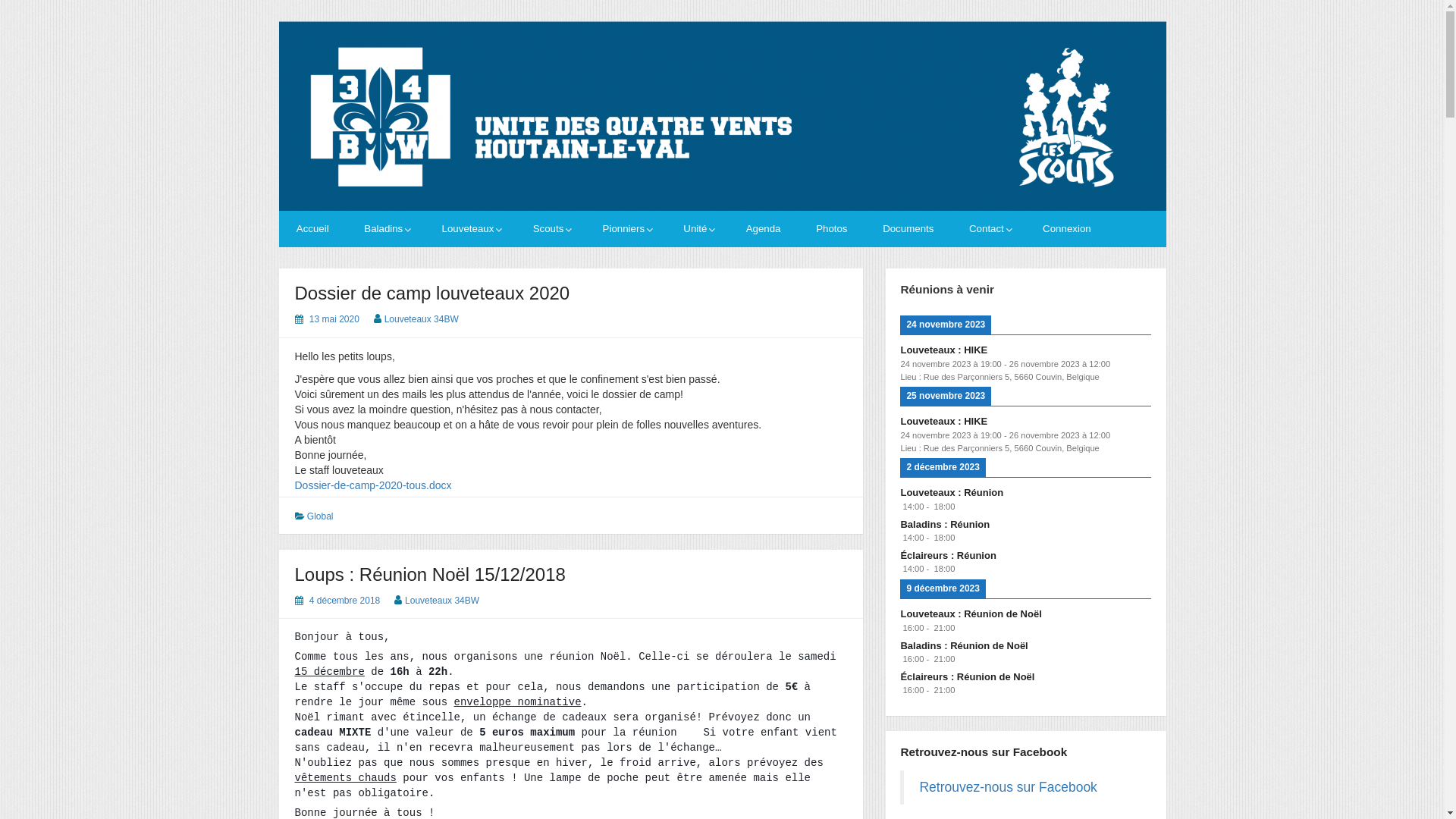 This screenshot has height=819, width=1456. Describe the element at coordinates (908, 228) in the screenshot. I see `'Documents'` at that location.